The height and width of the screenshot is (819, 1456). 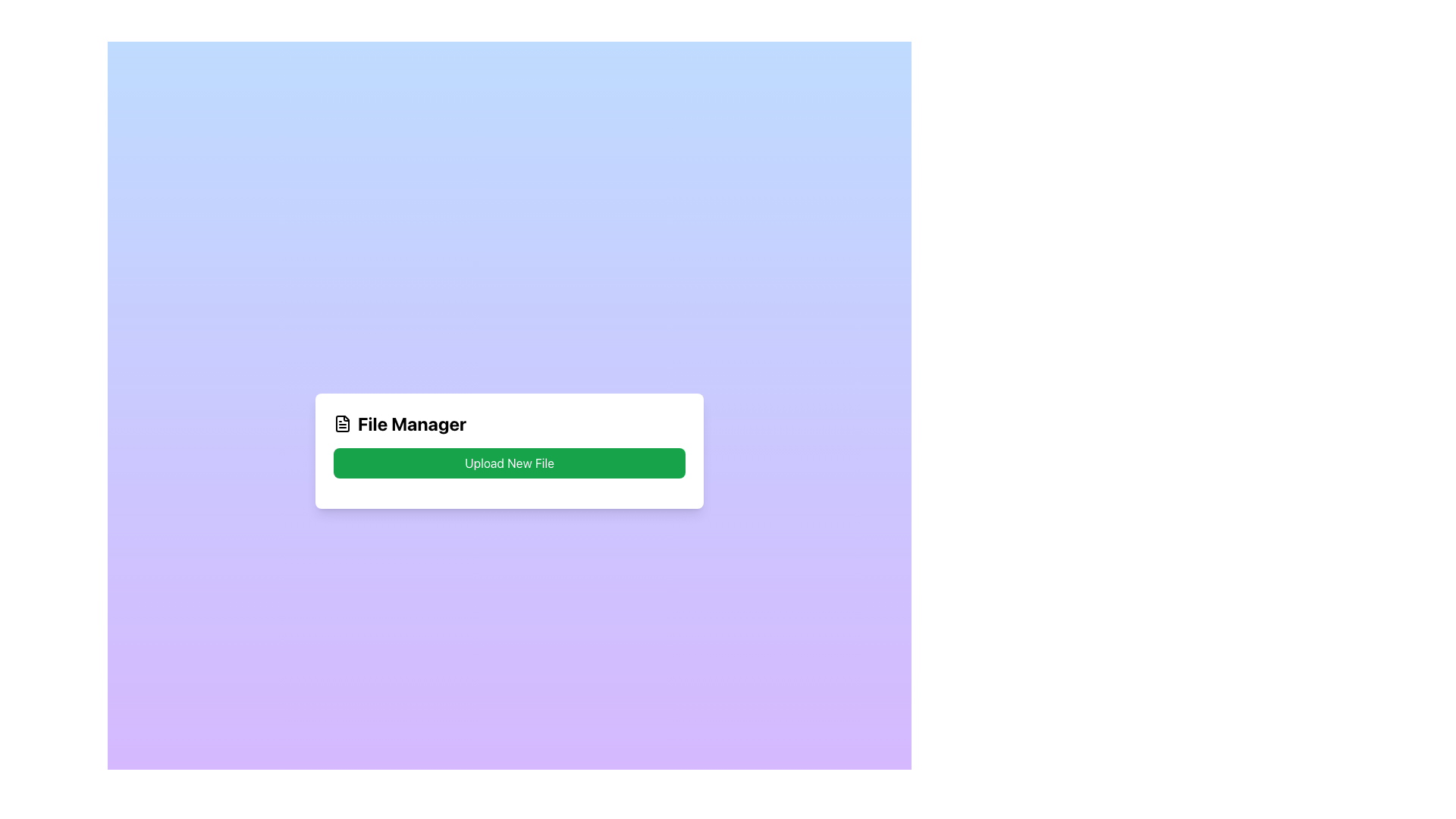 What do you see at coordinates (341, 424) in the screenshot?
I see `the file icon that resembles a paper document, located to the left of the bold 'File Manager' text in the header area` at bounding box center [341, 424].